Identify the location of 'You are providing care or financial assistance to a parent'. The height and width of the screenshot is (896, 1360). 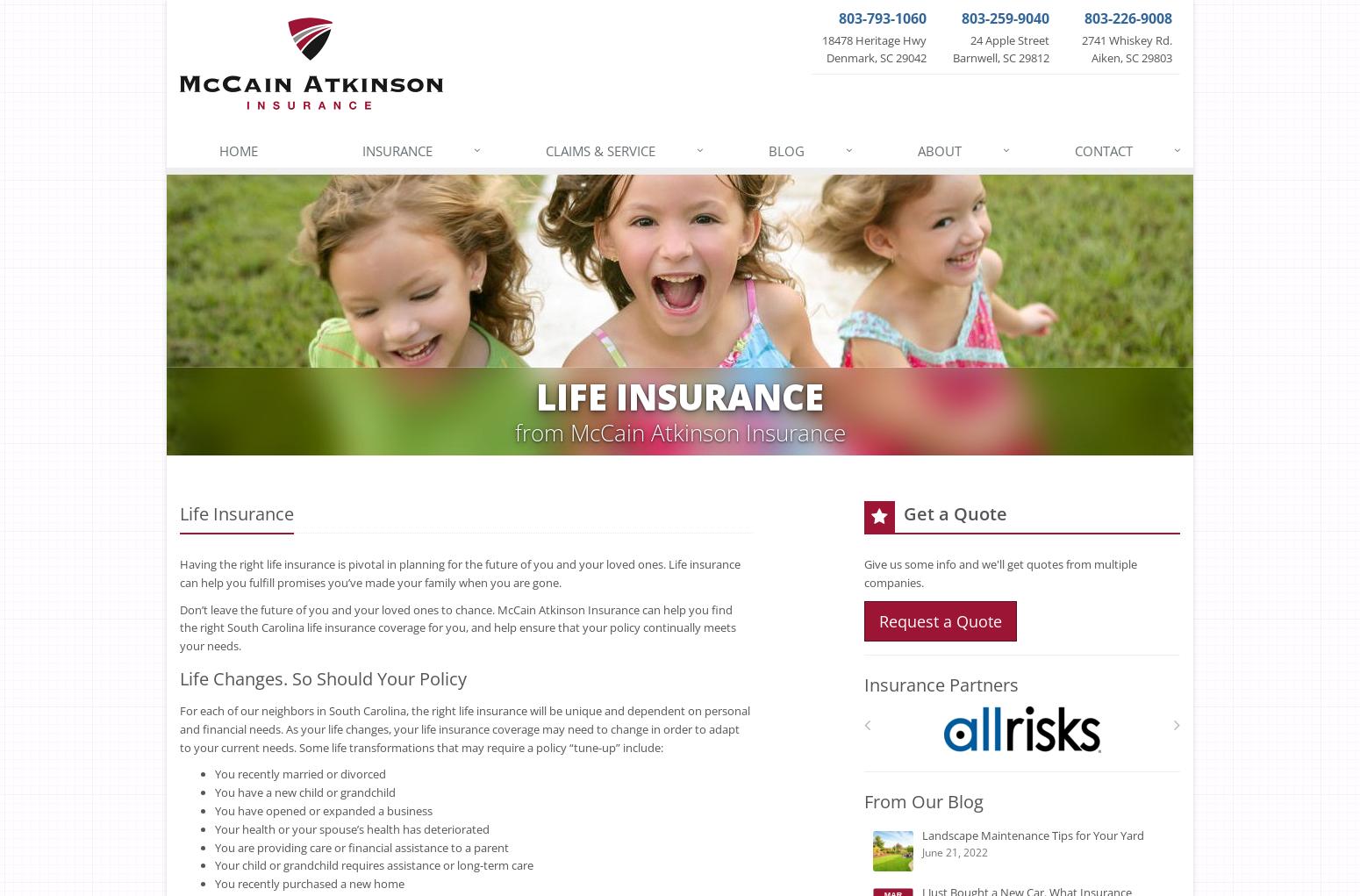
(361, 846).